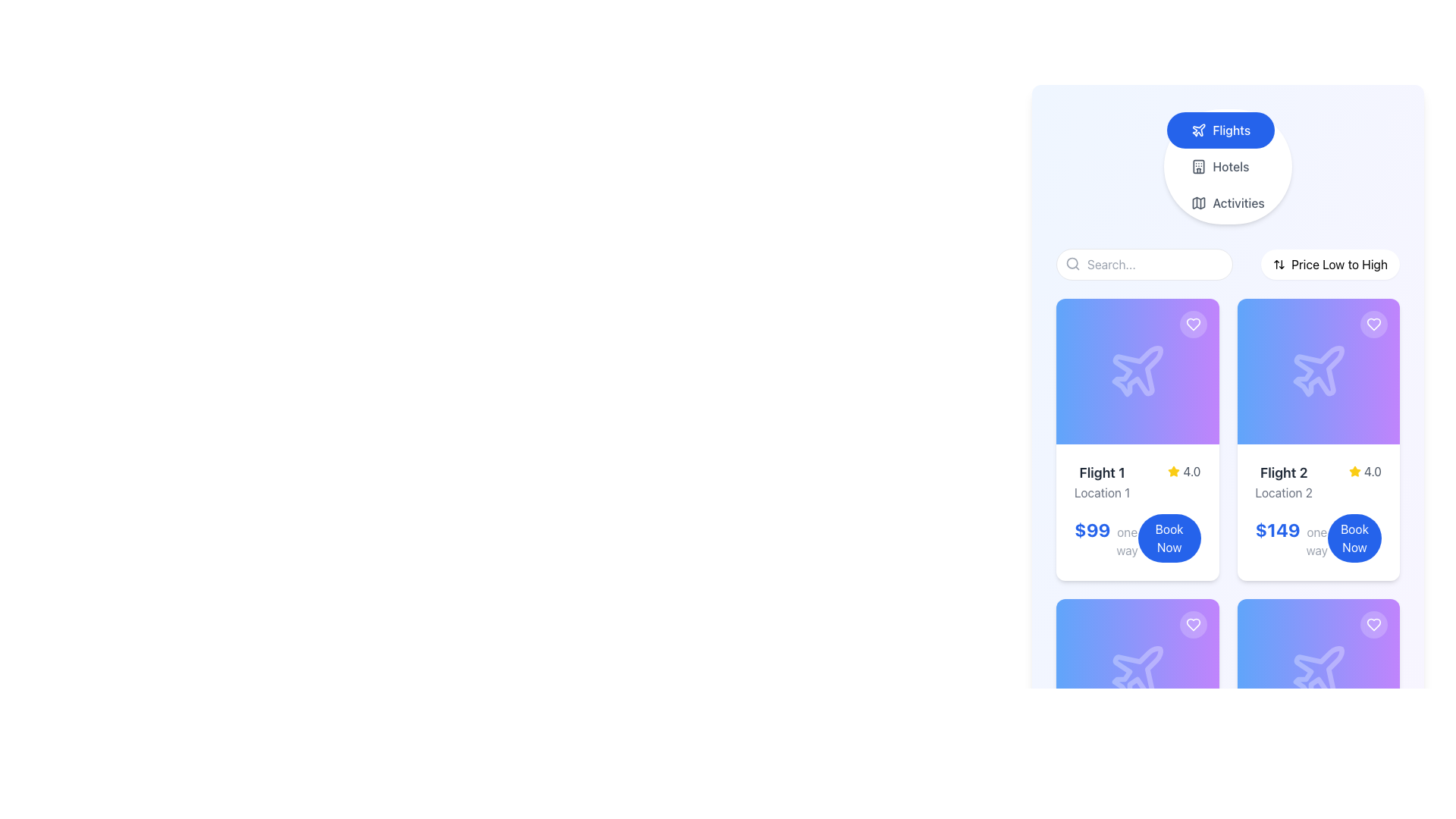 Image resolution: width=1456 pixels, height=819 pixels. I want to click on the sorting icon located to the left of the 'Price Low to High' button, so click(1278, 263).